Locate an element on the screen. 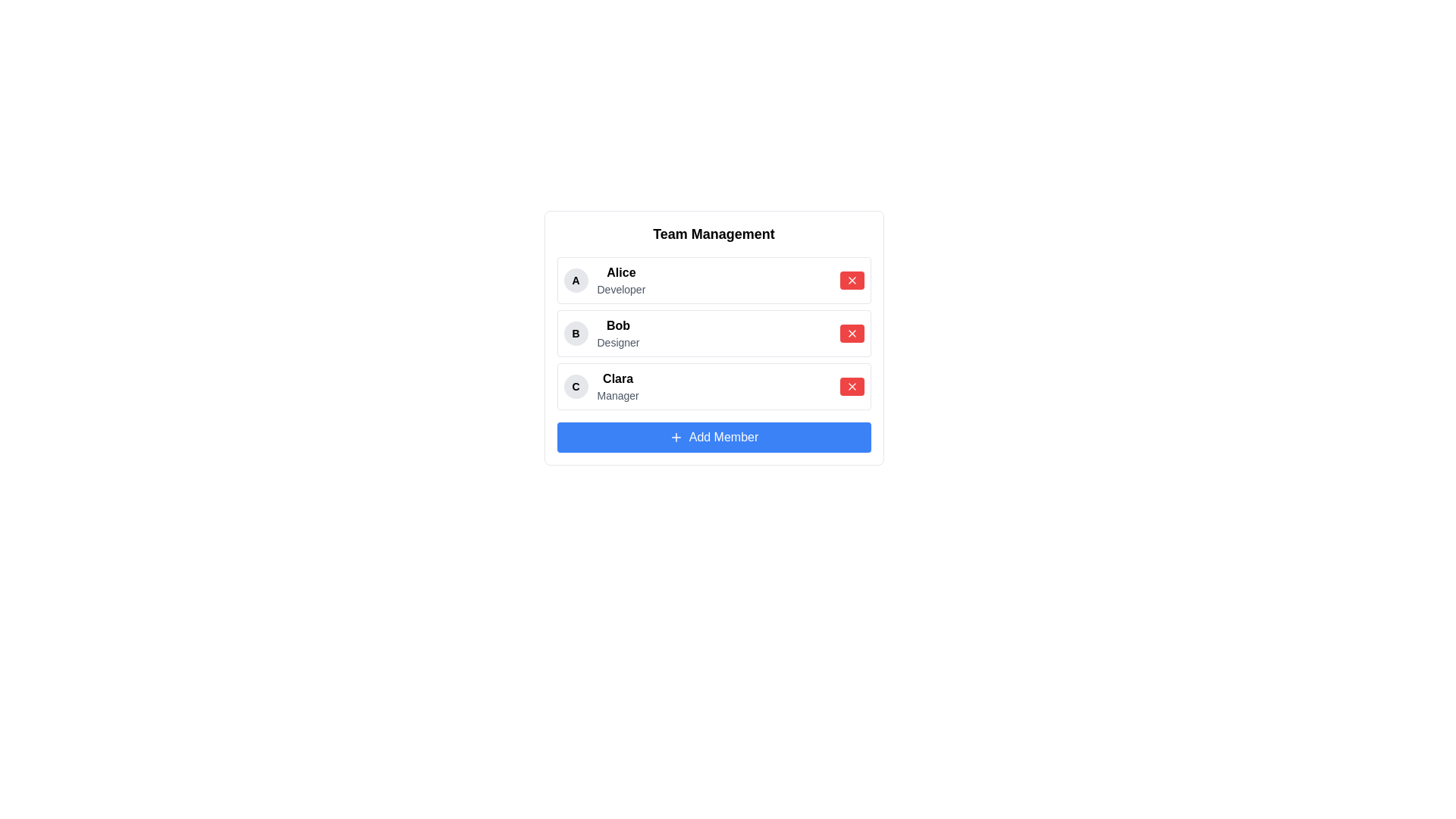 This screenshot has width=1456, height=819. the second red 'X' button is located at coordinates (852, 332).